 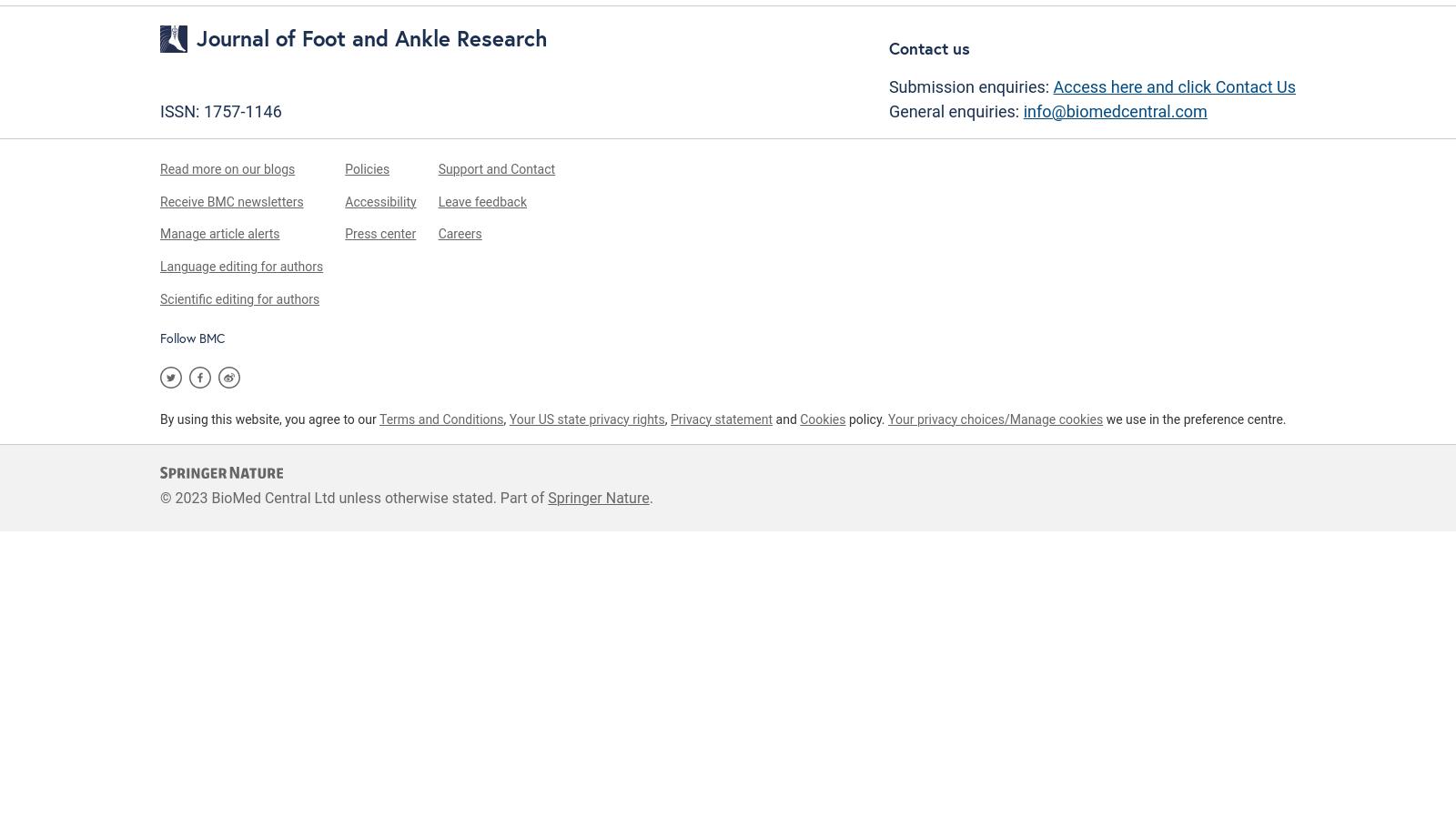 I want to click on 'Press center', so click(x=379, y=232).